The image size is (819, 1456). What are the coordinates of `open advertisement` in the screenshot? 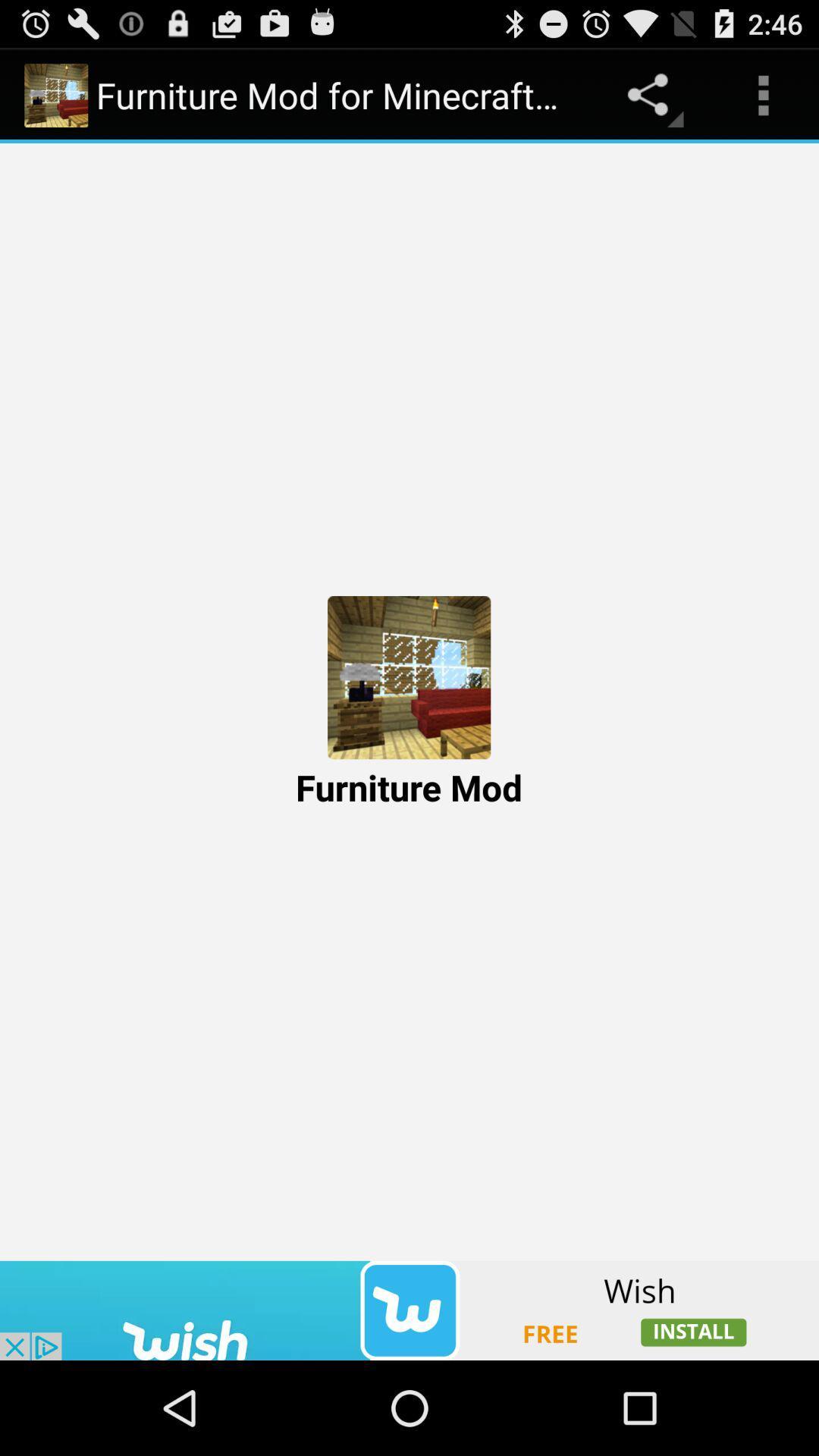 It's located at (409, 1310).